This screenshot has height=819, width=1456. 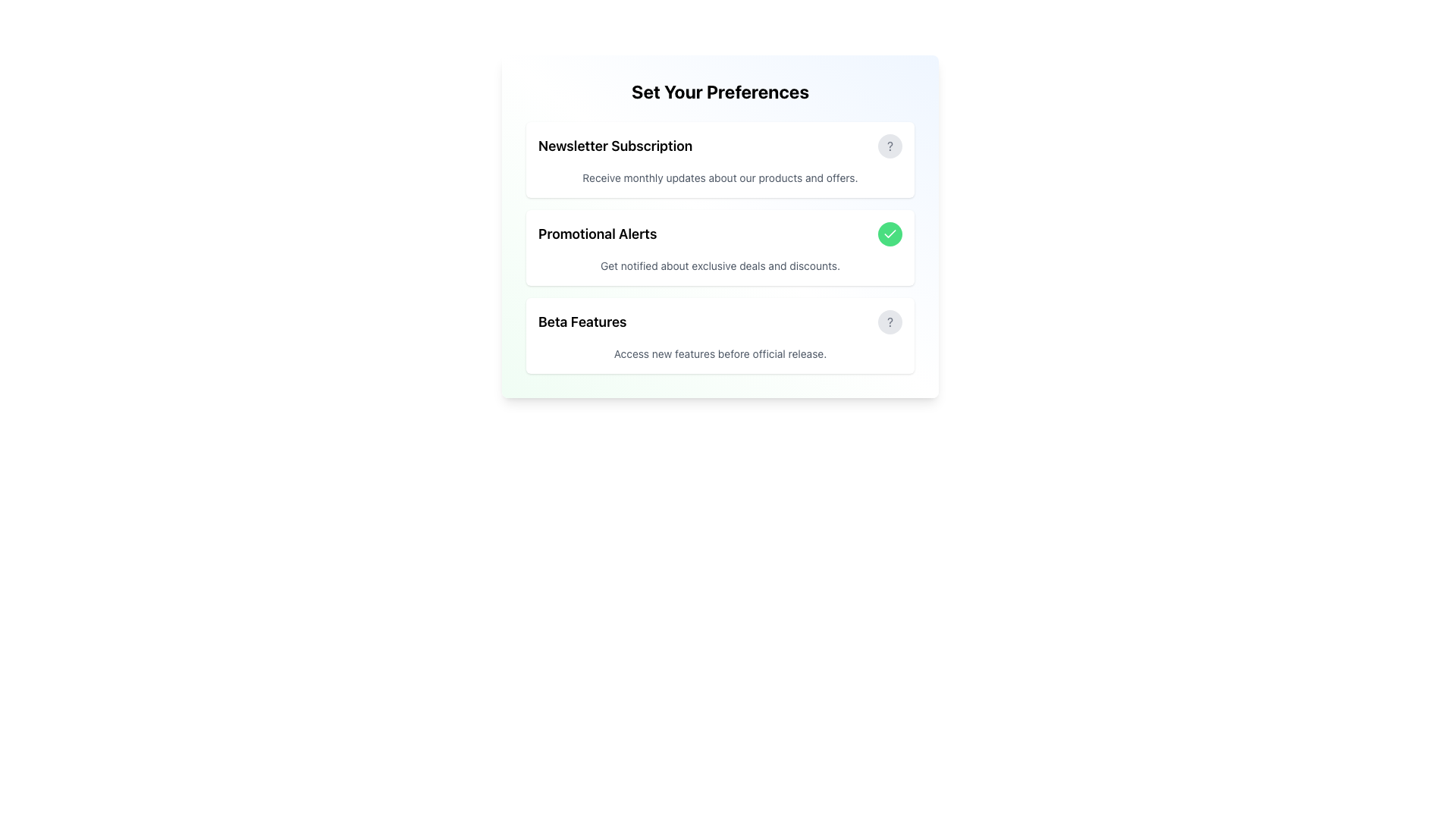 What do you see at coordinates (720, 234) in the screenshot?
I see `the green button that serves as a toggle for promotional alerts, located below 'Newsletter Subscription'` at bounding box center [720, 234].